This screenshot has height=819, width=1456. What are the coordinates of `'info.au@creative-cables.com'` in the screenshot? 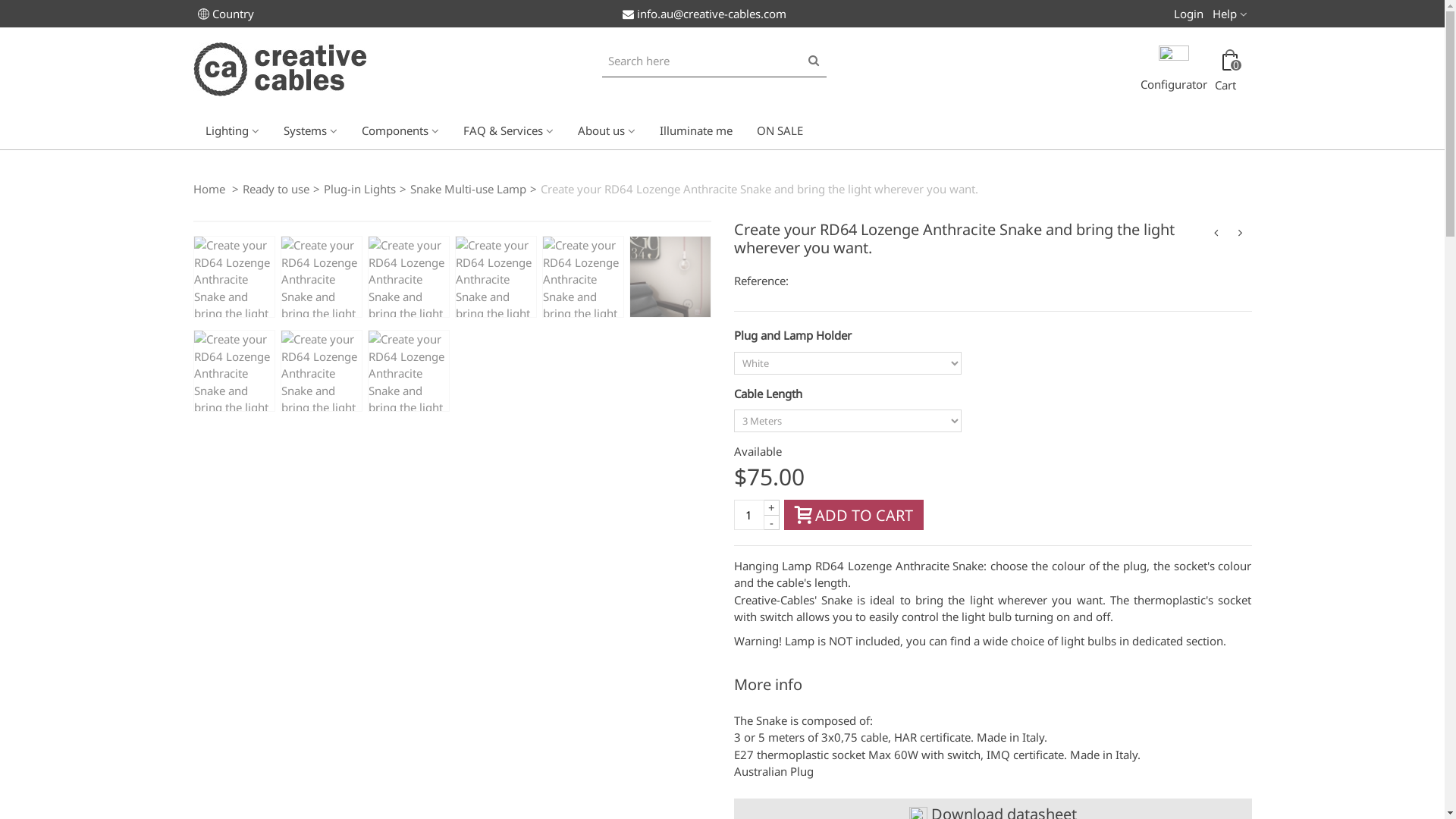 It's located at (702, 14).